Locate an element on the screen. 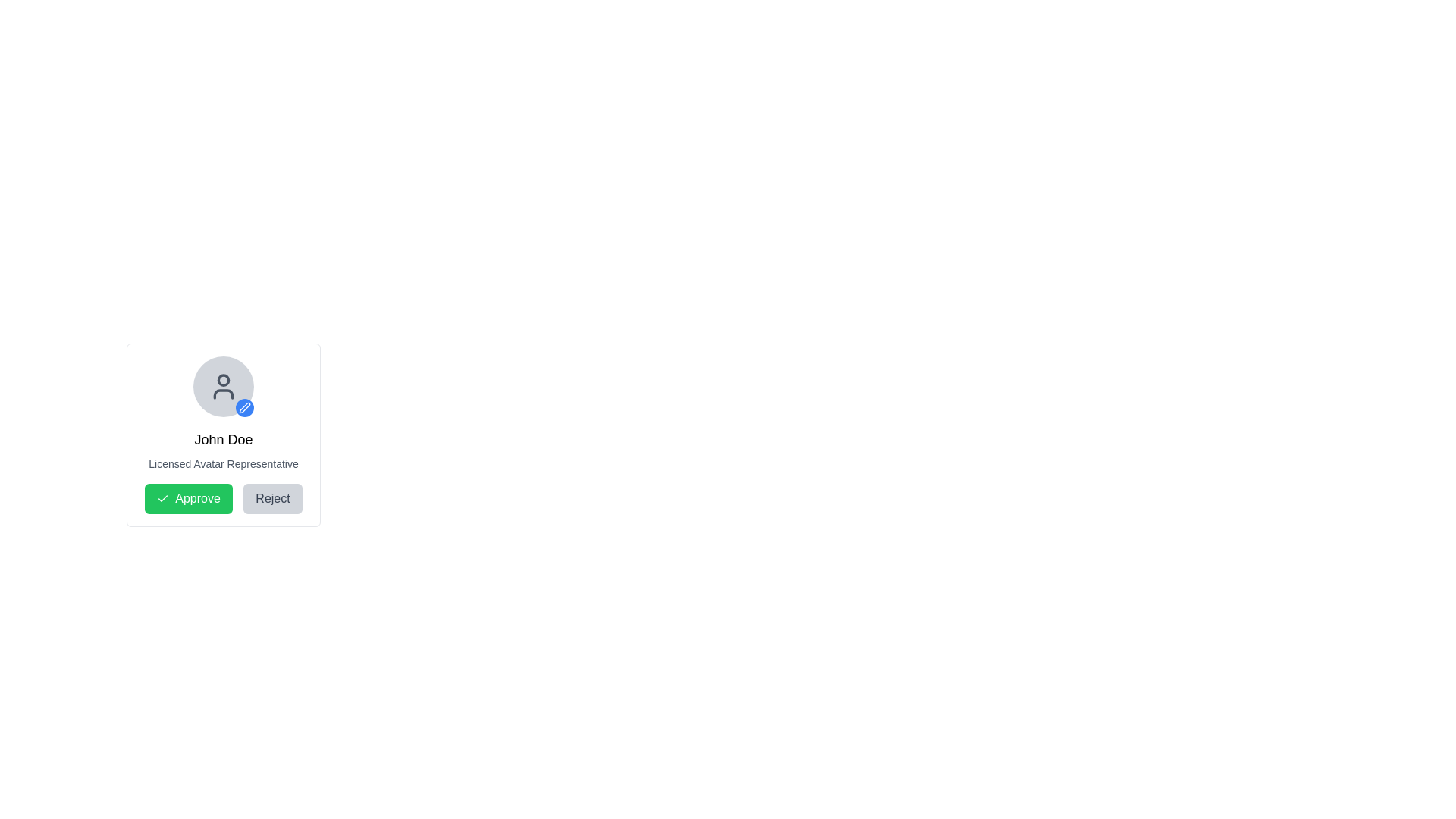 Image resolution: width=1456 pixels, height=819 pixels. the user avatar icon, which is centered inside a gray circular area above the text 'John Doe' is located at coordinates (222, 385).